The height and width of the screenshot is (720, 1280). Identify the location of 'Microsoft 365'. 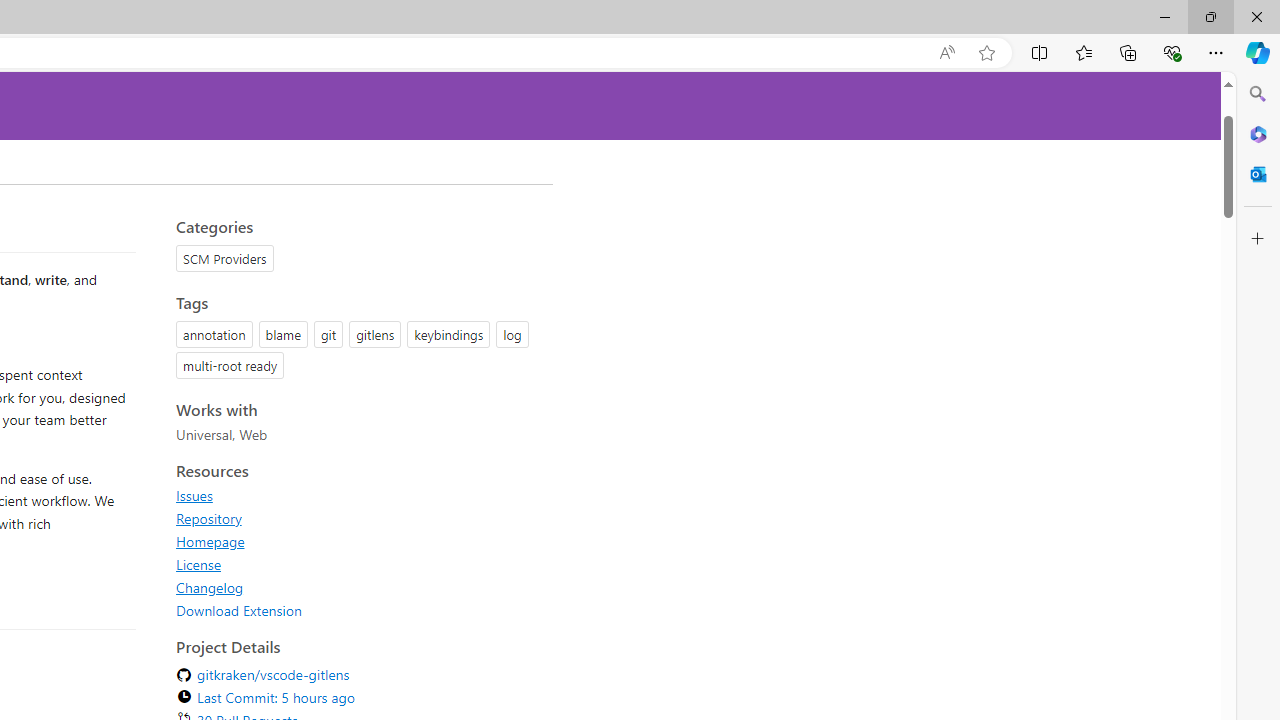
(1257, 133).